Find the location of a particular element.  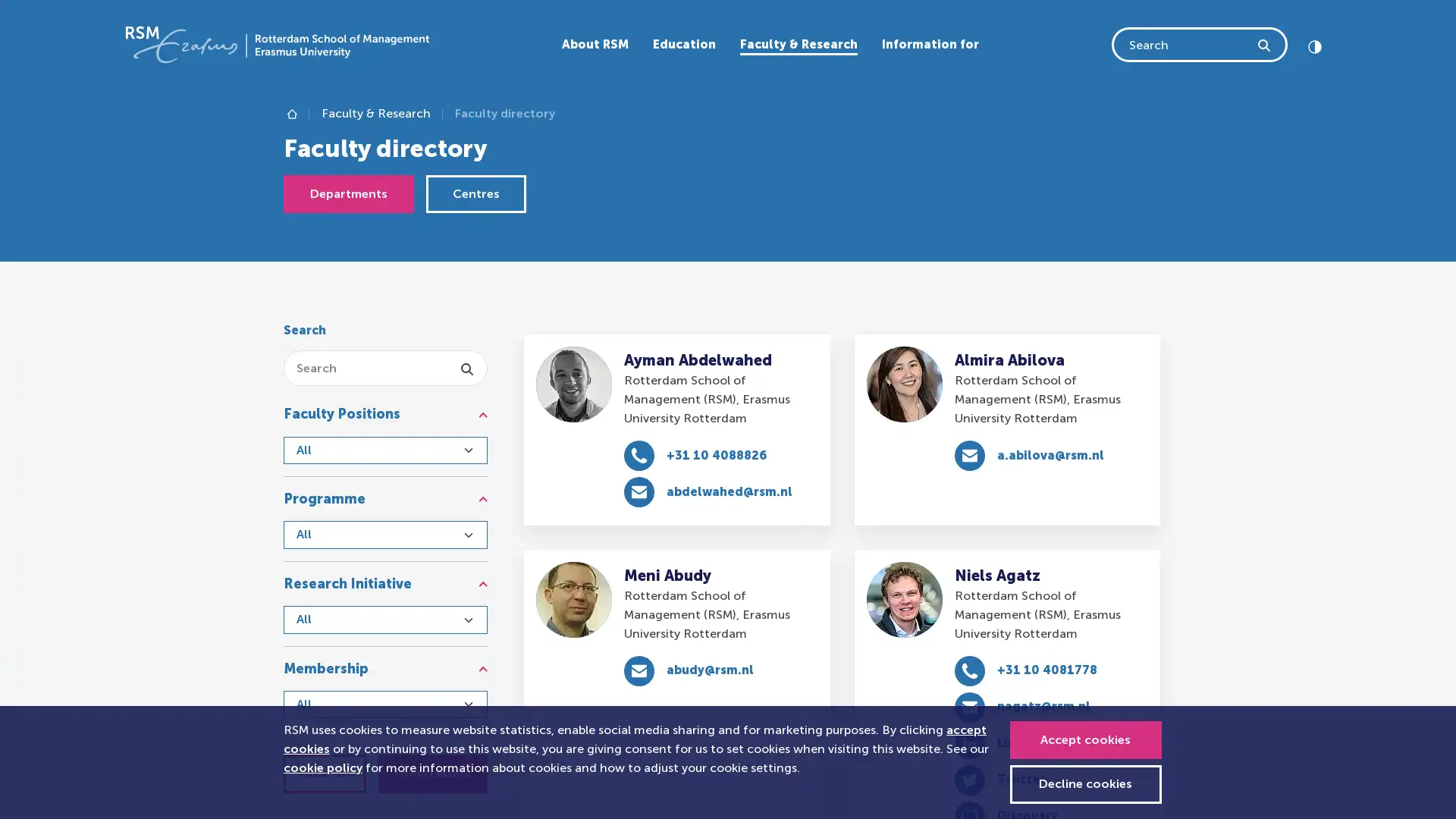

Faculty Positions is located at coordinates (385, 414).